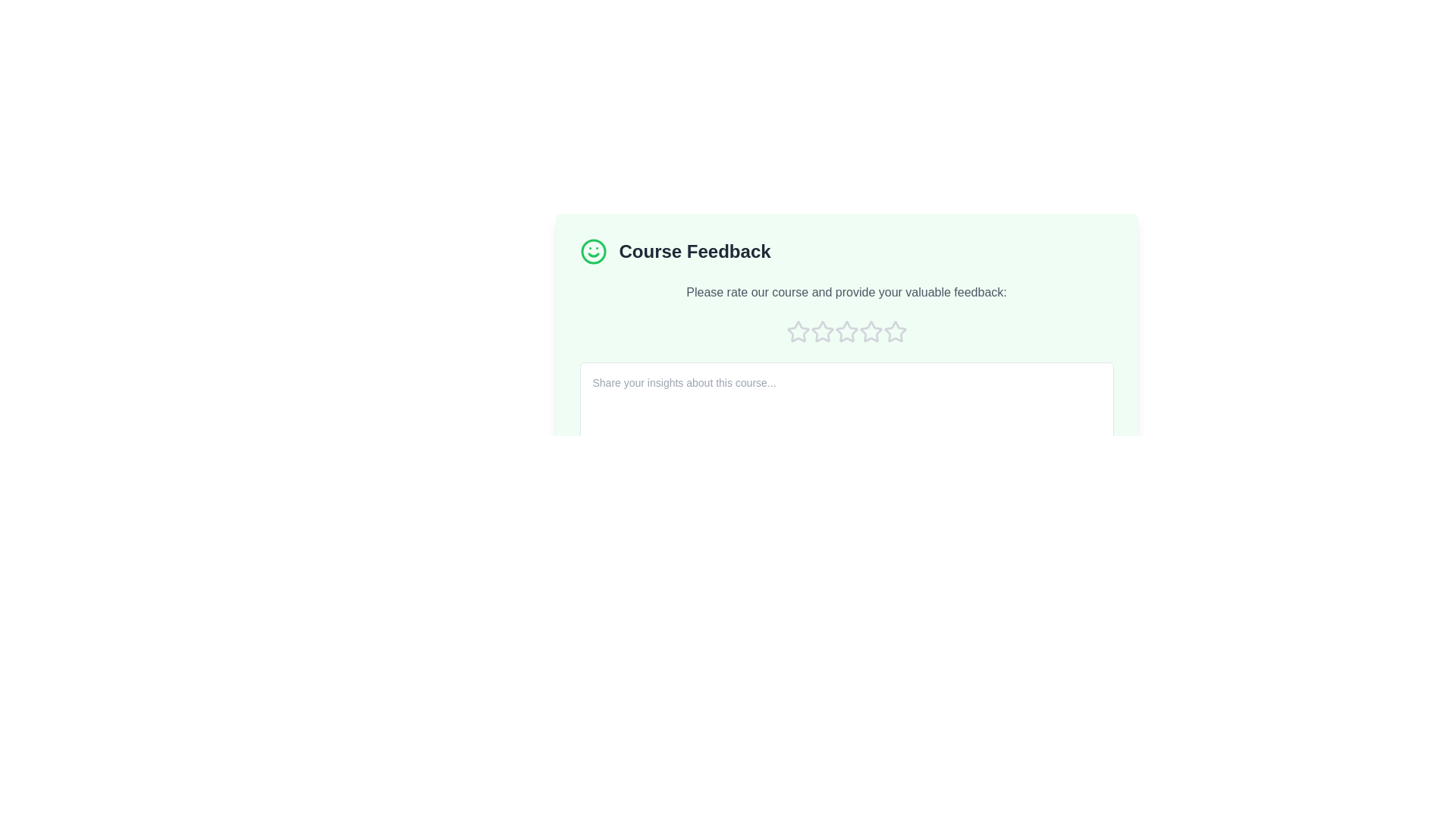 The image size is (1456, 819). What do you see at coordinates (797, 331) in the screenshot?
I see `the first star in the rating system` at bounding box center [797, 331].